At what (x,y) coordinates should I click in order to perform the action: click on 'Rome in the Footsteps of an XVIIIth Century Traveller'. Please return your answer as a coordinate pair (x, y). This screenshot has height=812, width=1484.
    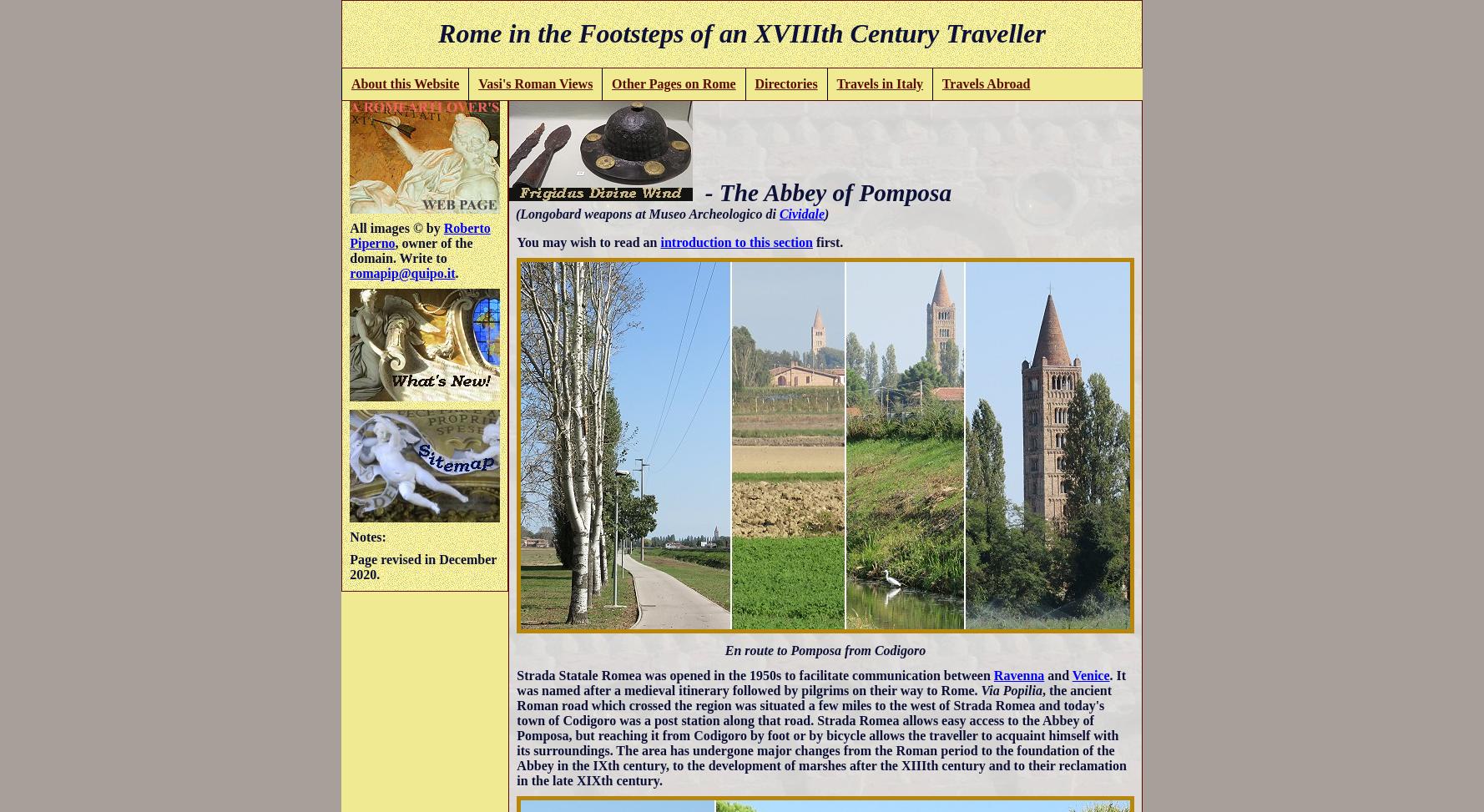
    Looking at the image, I should click on (740, 33).